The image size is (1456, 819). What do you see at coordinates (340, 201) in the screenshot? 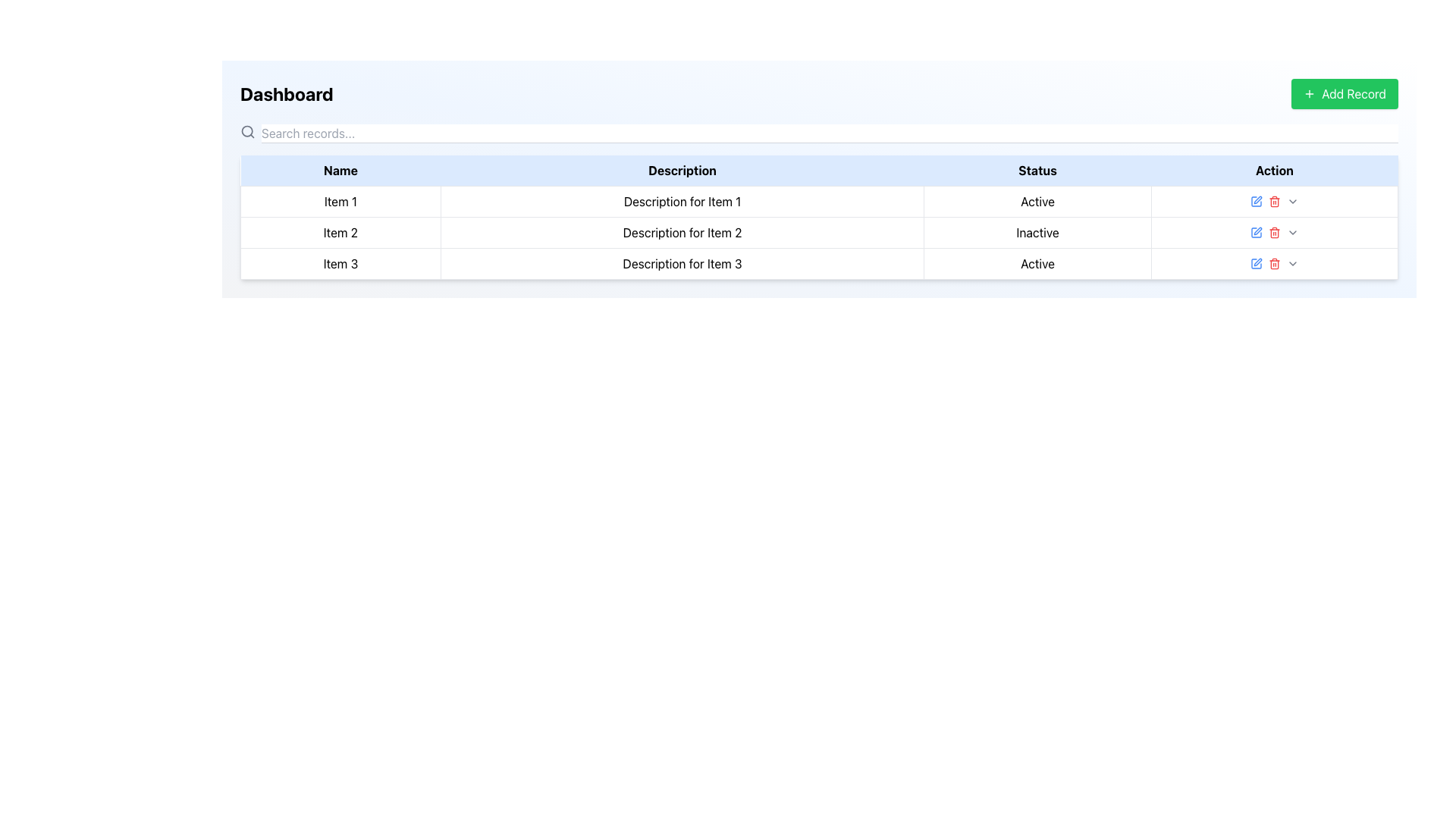
I see `the text label styled as a table cell that displays 'Item 1', located in the first row under the 'Name' column` at bounding box center [340, 201].